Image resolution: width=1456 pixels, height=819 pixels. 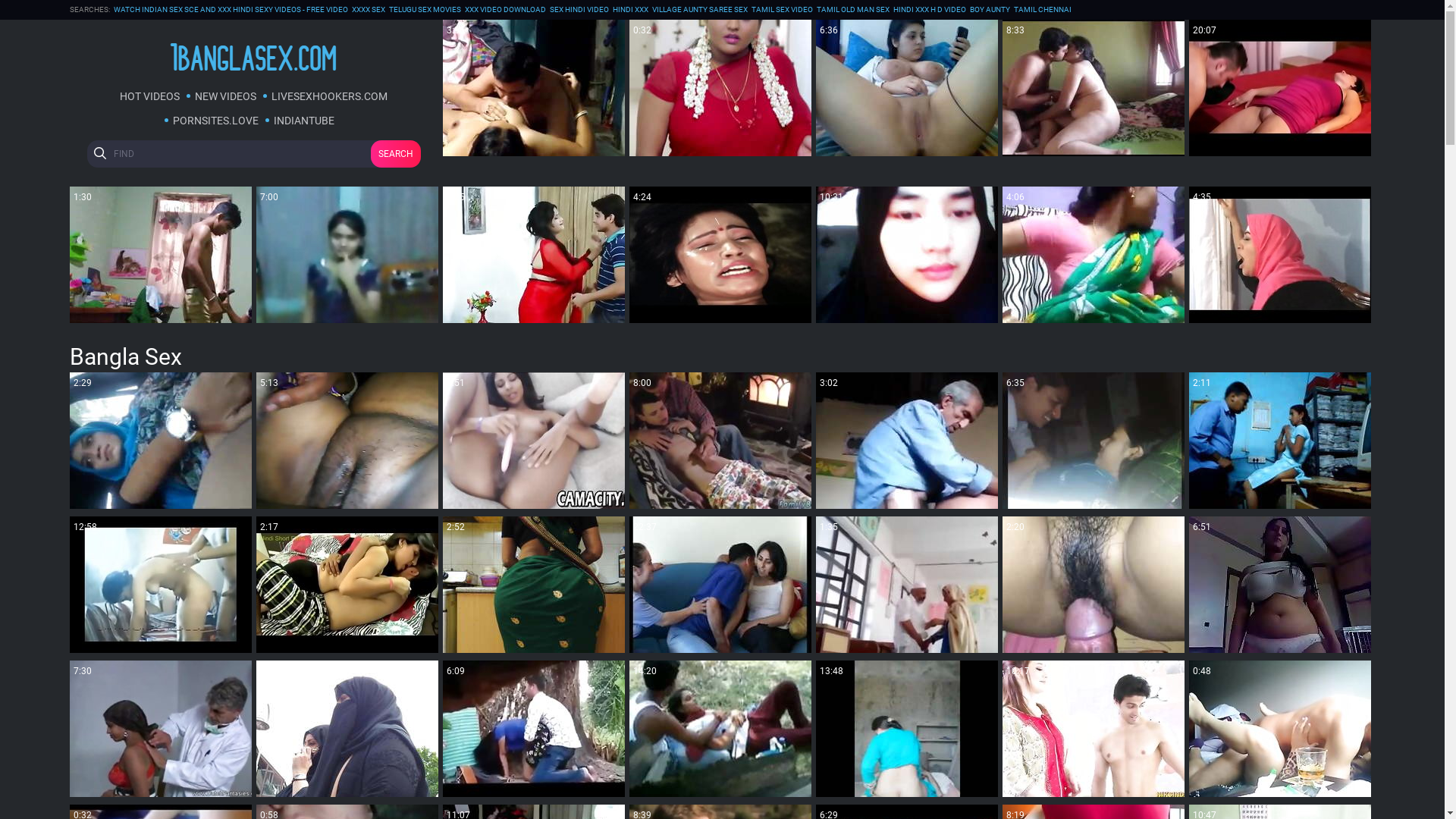 I want to click on '10:31', so click(x=906, y=253).